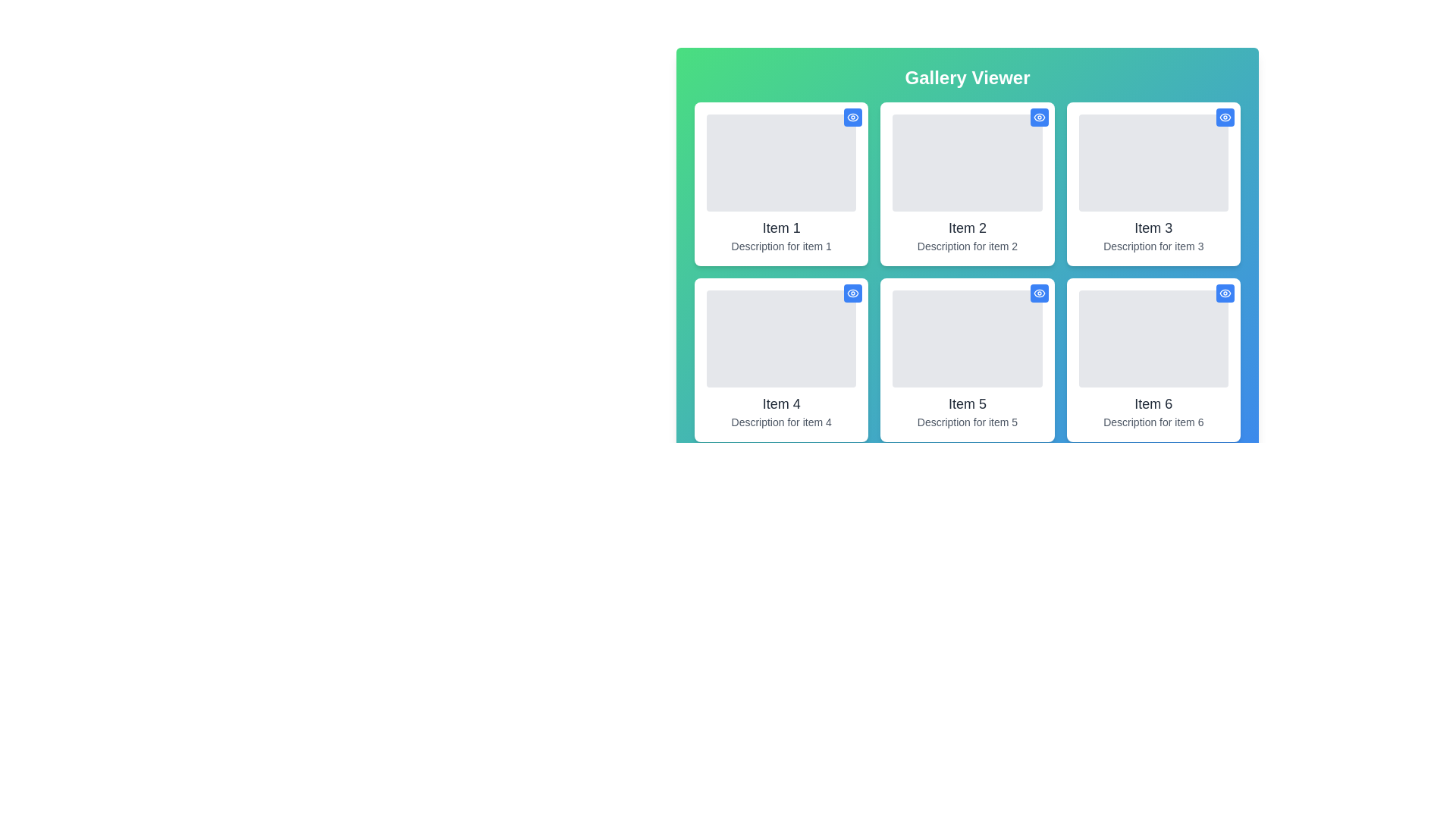 This screenshot has width=1456, height=819. What do you see at coordinates (1153, 184) in the screenshot?
I see `the third card component in the gallery viewer that displays 'Item 3' and its description` at bounding box center [1153, 184].